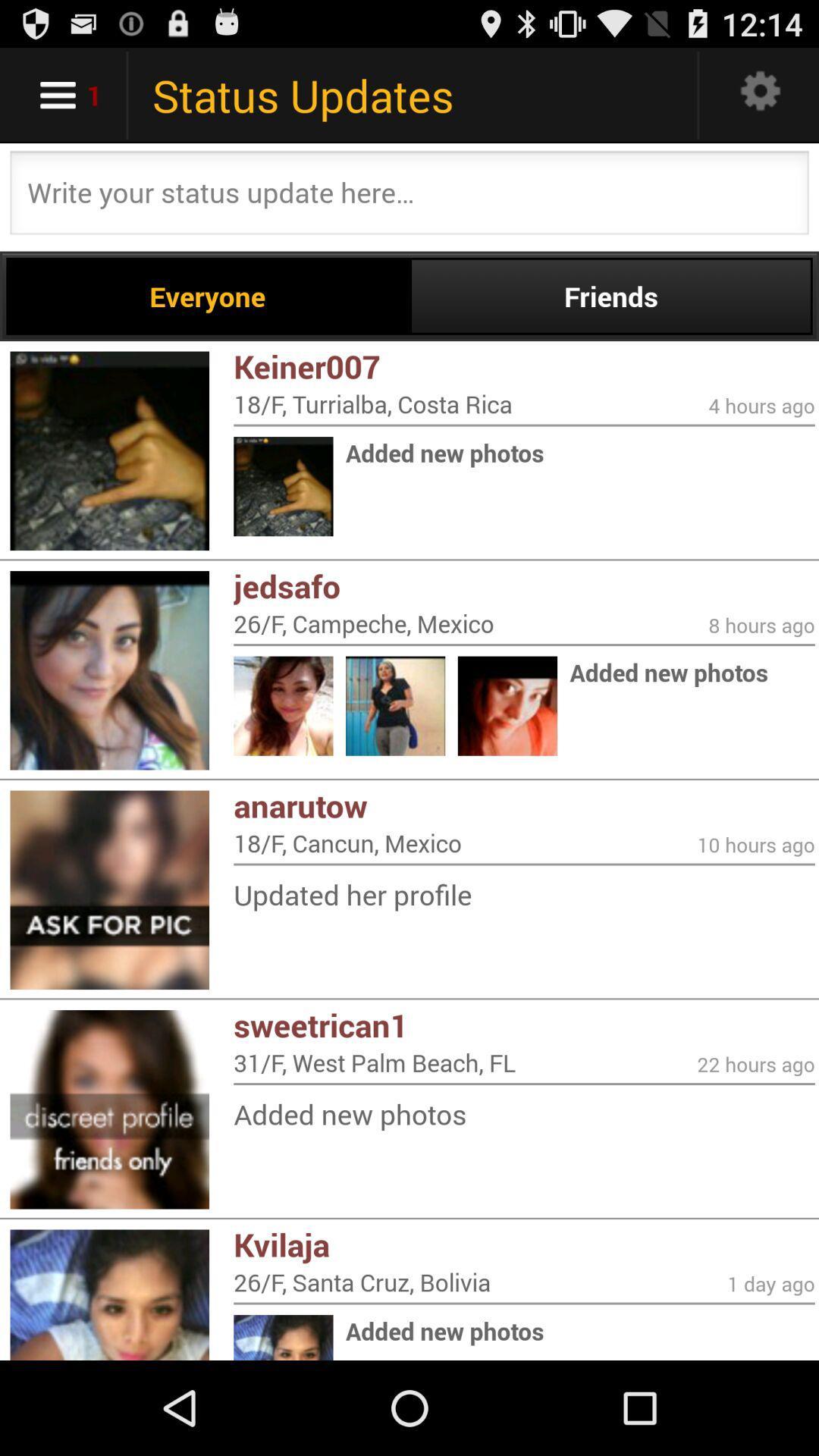 Image resolution: width=819 pixels, height=1456 pixels. What do you see at coordinates (409, 196) in the screenshot?
I see `status` at bounding box center [409, 196].